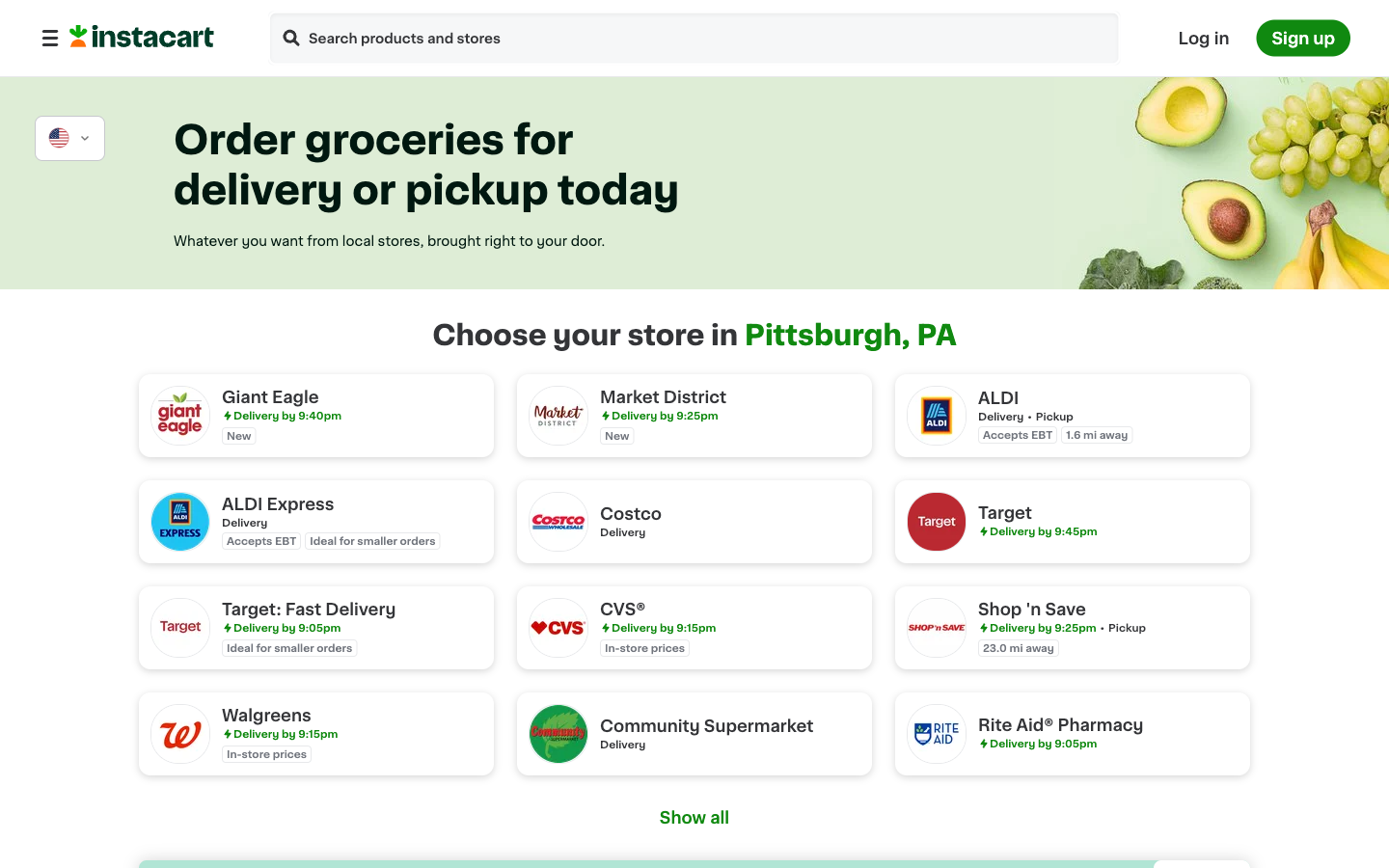 This screenshot has width=1389, height=868. I want to click on Visit the medicine section of Rite Aid Pharmacy"s website, so click(1071, 733).